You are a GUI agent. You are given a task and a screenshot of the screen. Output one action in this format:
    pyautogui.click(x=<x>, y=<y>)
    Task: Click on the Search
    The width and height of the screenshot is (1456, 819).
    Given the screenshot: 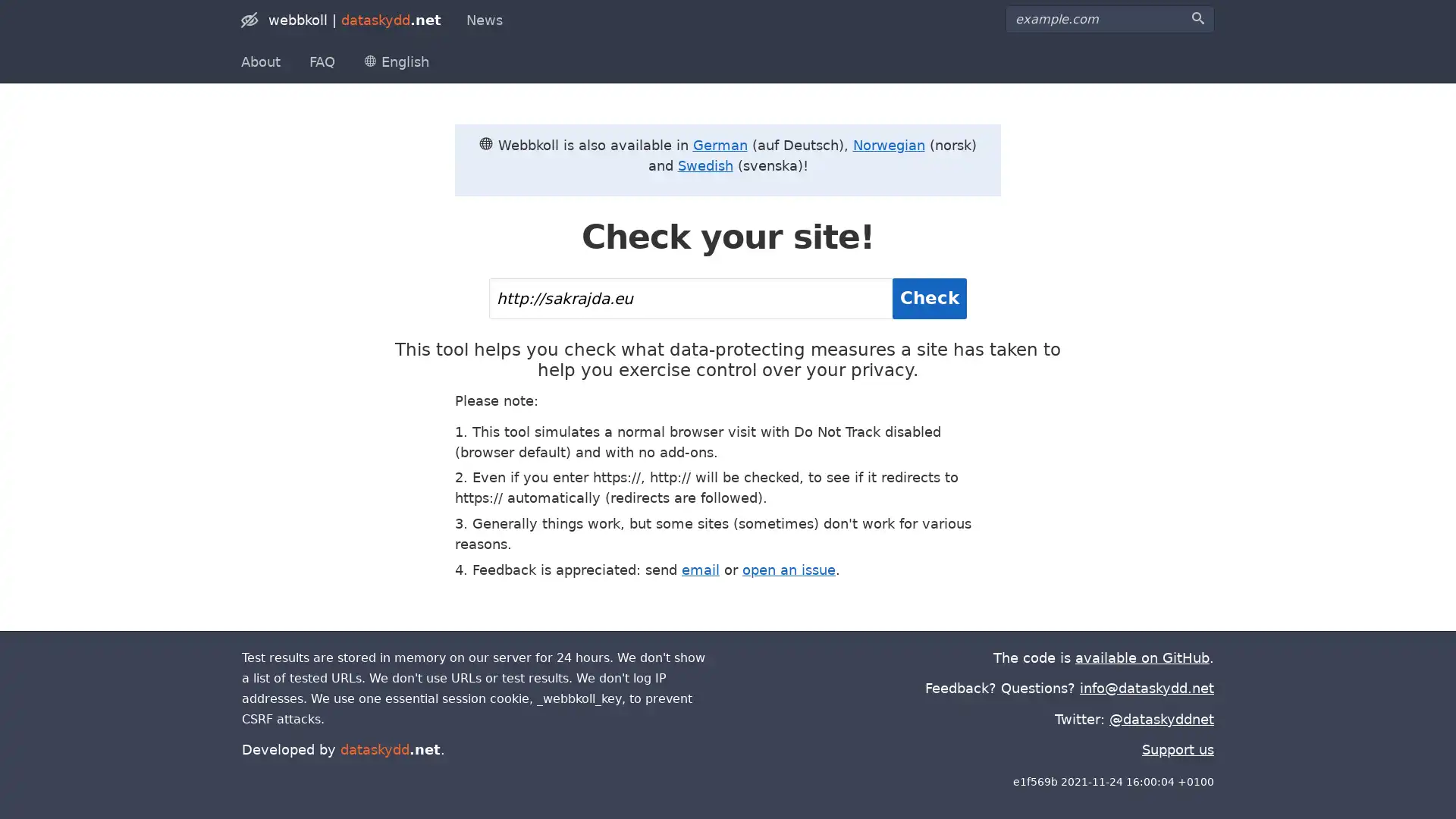 What is the action you would take?
    pyautogui.click(x=1197, y=18)
    